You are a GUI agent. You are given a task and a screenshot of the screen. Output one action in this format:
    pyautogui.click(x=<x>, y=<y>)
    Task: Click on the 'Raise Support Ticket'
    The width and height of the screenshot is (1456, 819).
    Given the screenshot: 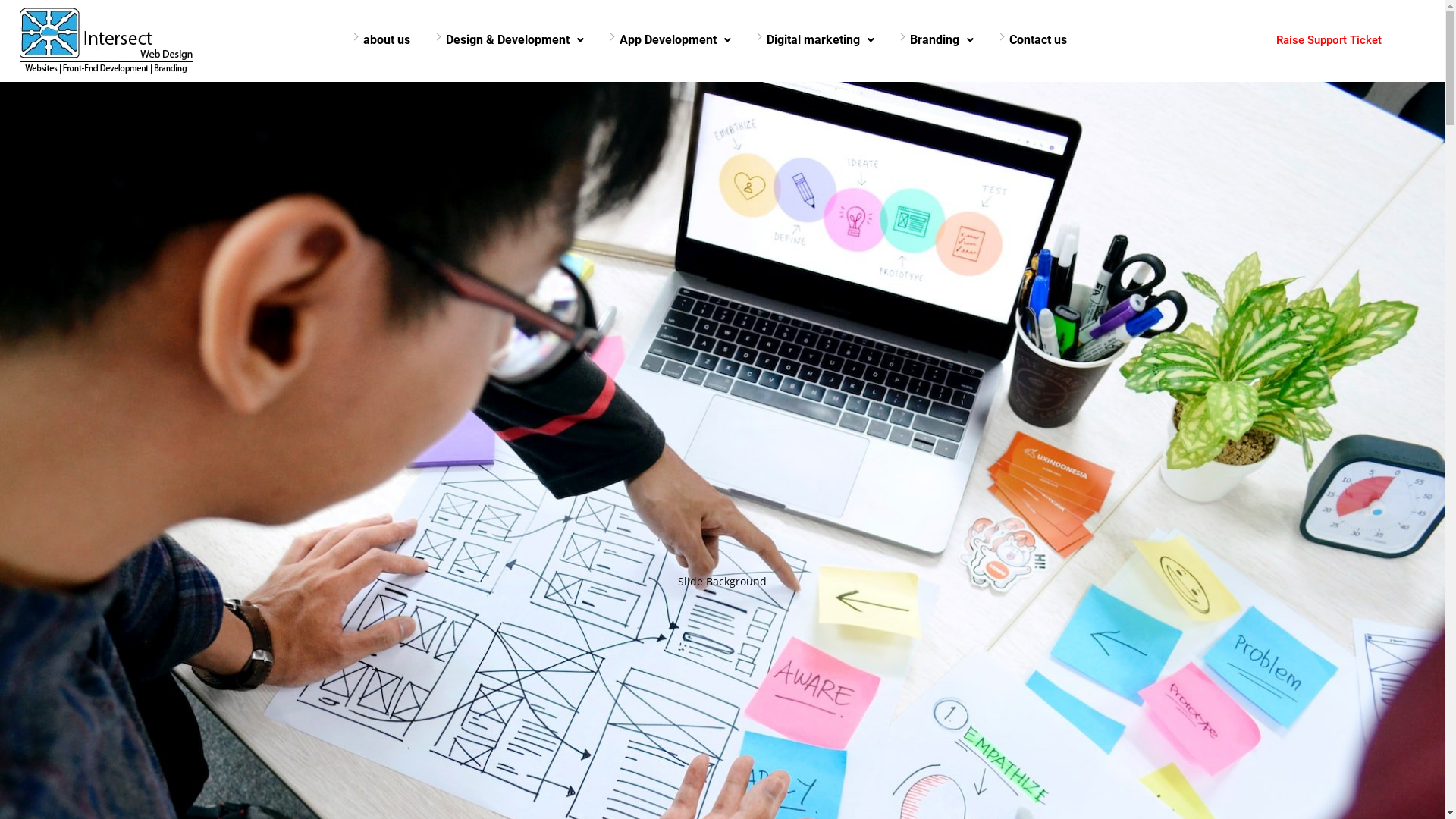 What is the action you would take?
    pyautogui.click(x=1328, y=39)
    